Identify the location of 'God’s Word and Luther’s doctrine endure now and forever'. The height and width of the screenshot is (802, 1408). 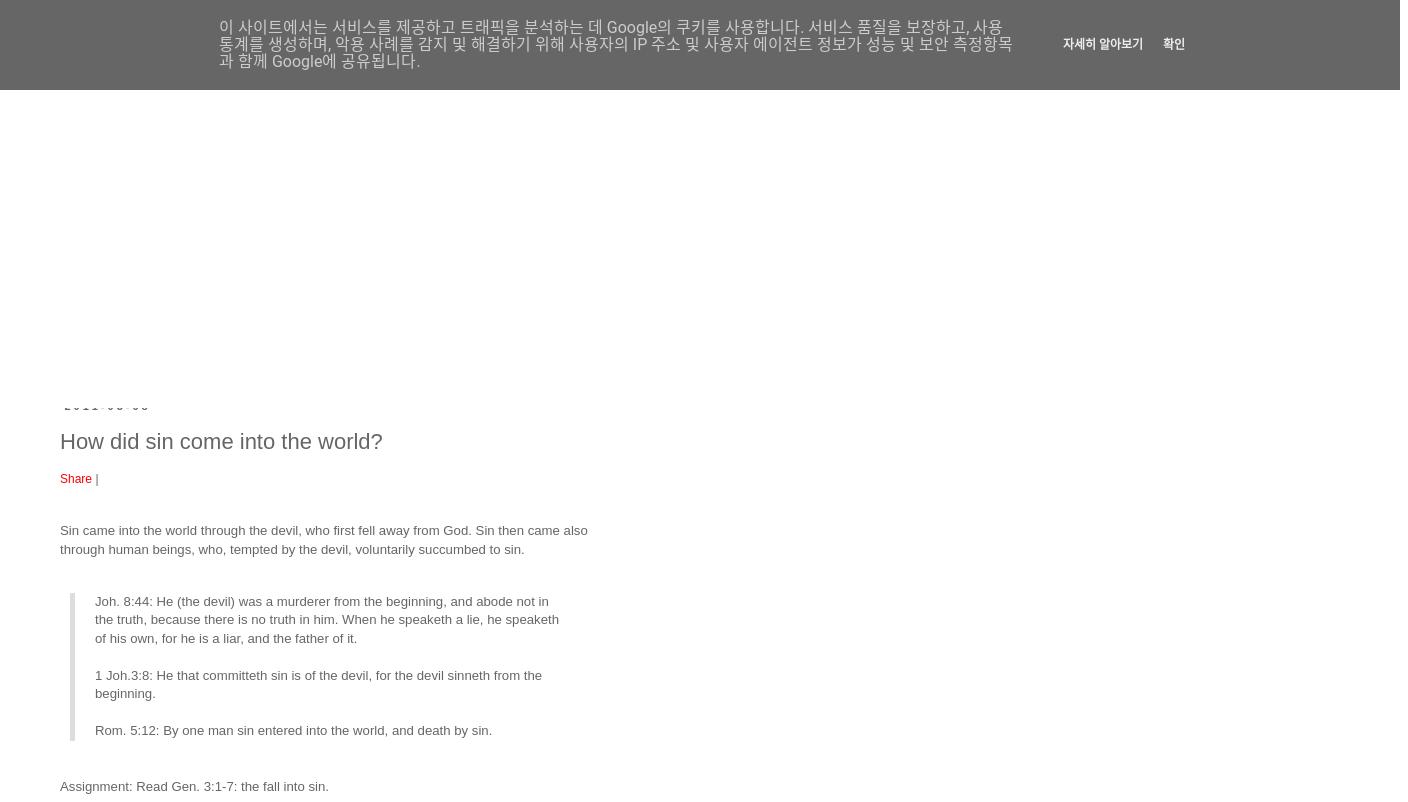
(279, 243).